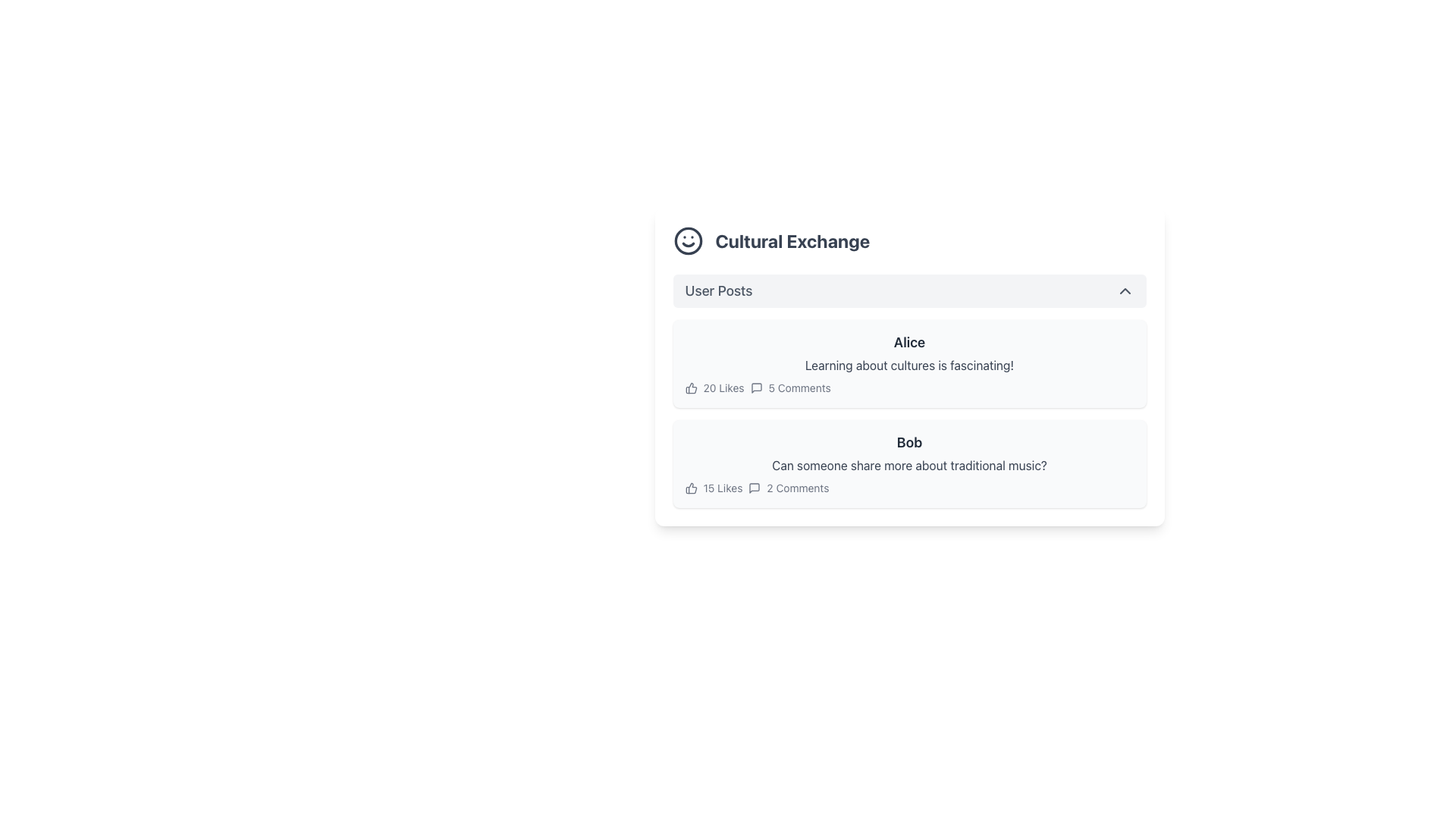  I want to click on the thumbs-up icon located next to the '15 Likes' label under the 'Bob' post section in the 'Cultural Exchange' panel, so click(690, 488).